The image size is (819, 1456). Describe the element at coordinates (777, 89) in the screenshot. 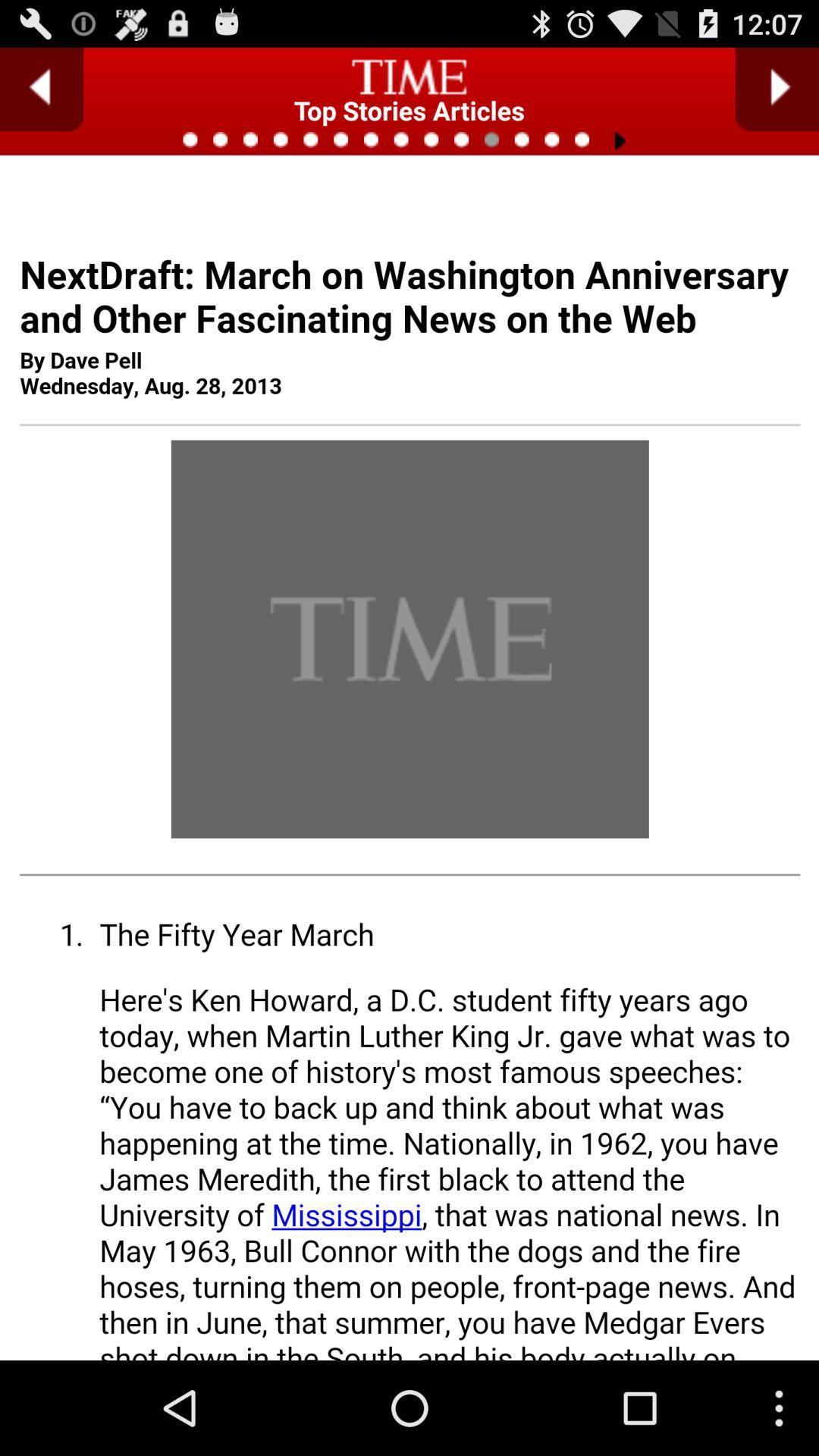

I see `autoplay option` at that location.